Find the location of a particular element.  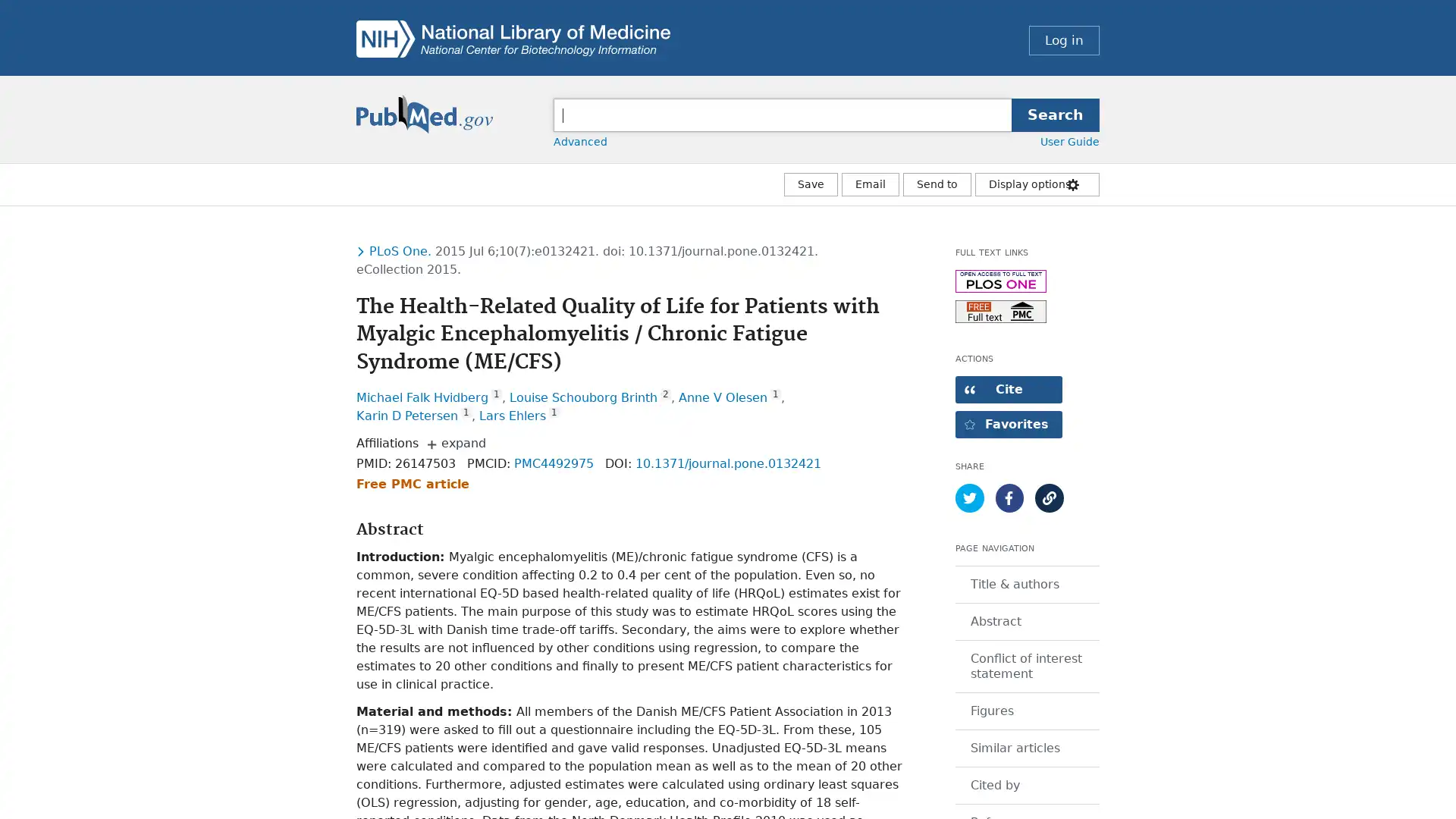

Search is located at coordinates (1055, 114).